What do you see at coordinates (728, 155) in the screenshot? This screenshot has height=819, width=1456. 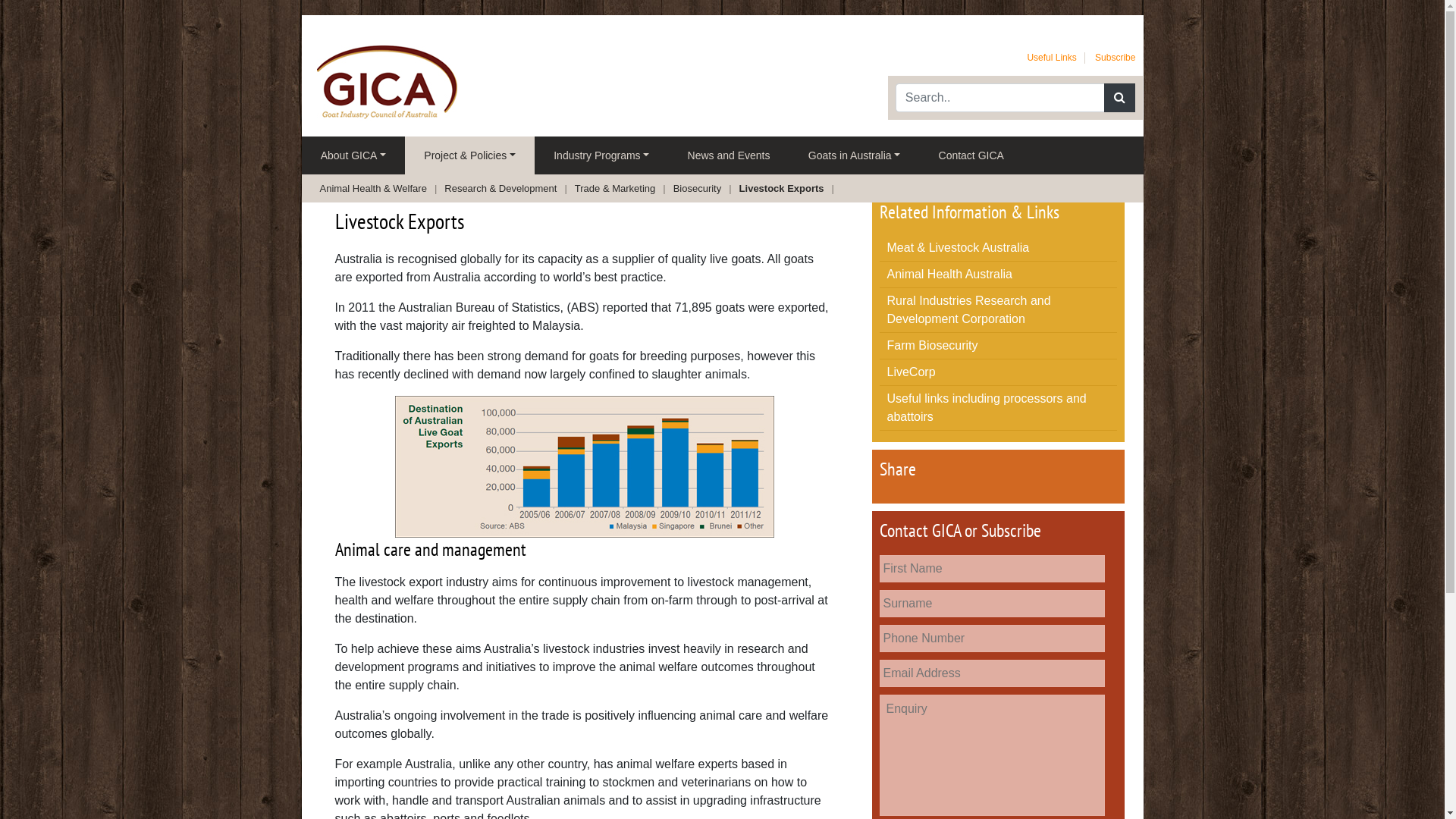 I see `'News and Events'` at bounding box center [728, 155].